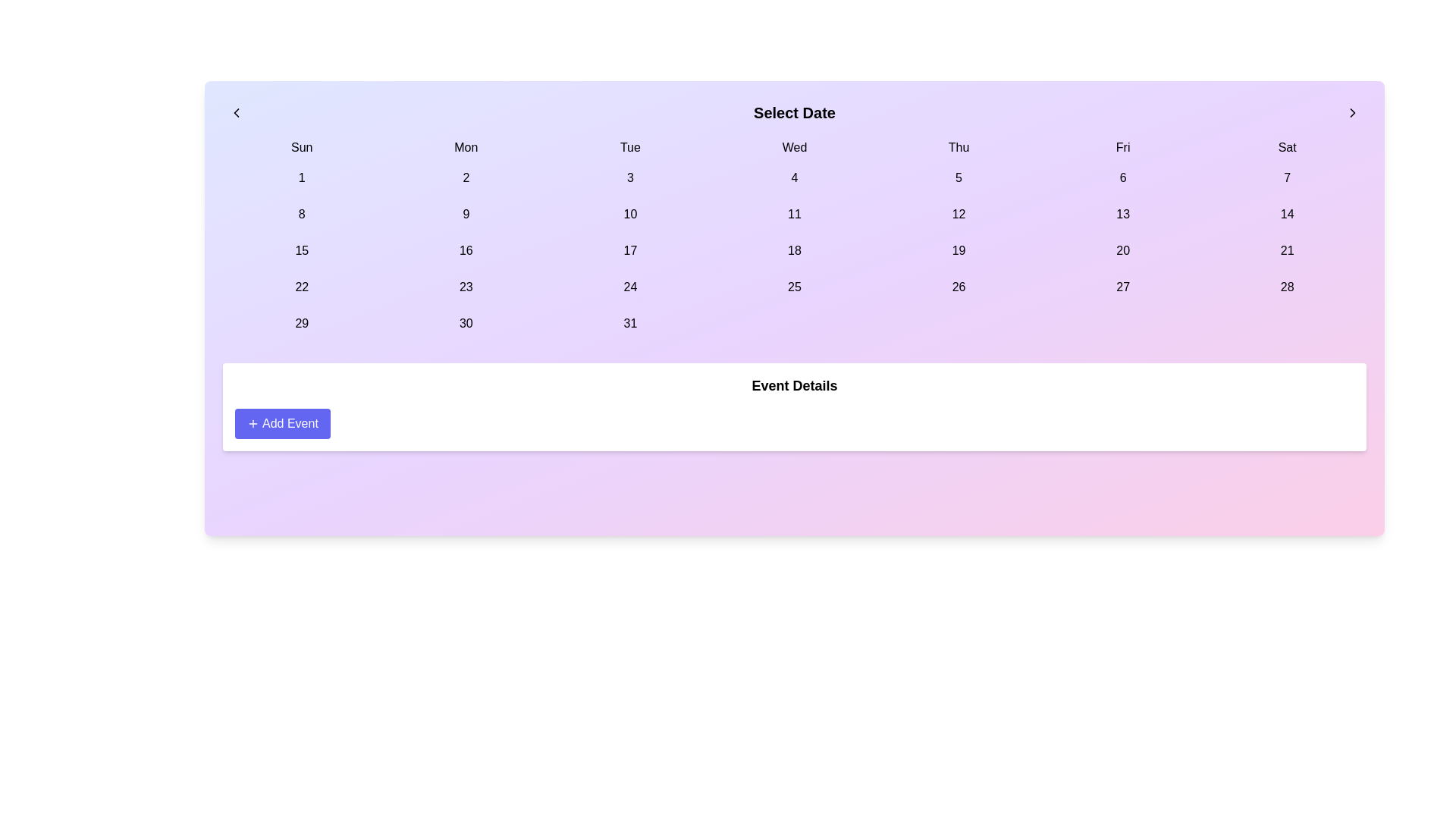 This screenshot has height=819, width=1456. Describe the element at coordinates (793, 250) in the screenshot. I see `the selectable day button in the calendar interface located in the 5th column of the 3rd row under 'Wed'` at that location.